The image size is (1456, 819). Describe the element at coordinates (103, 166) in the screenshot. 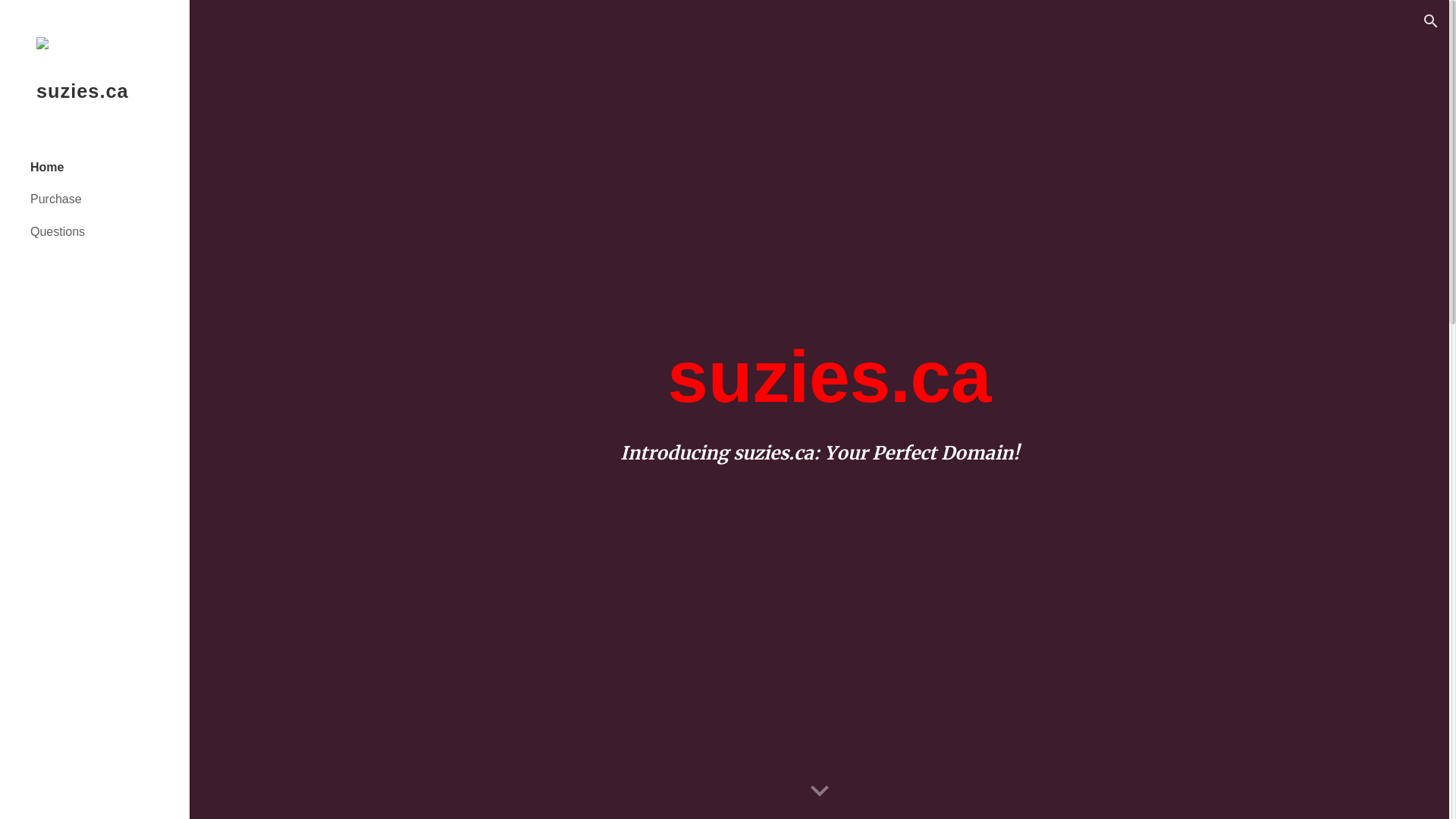

I see `'Home'` at that location.